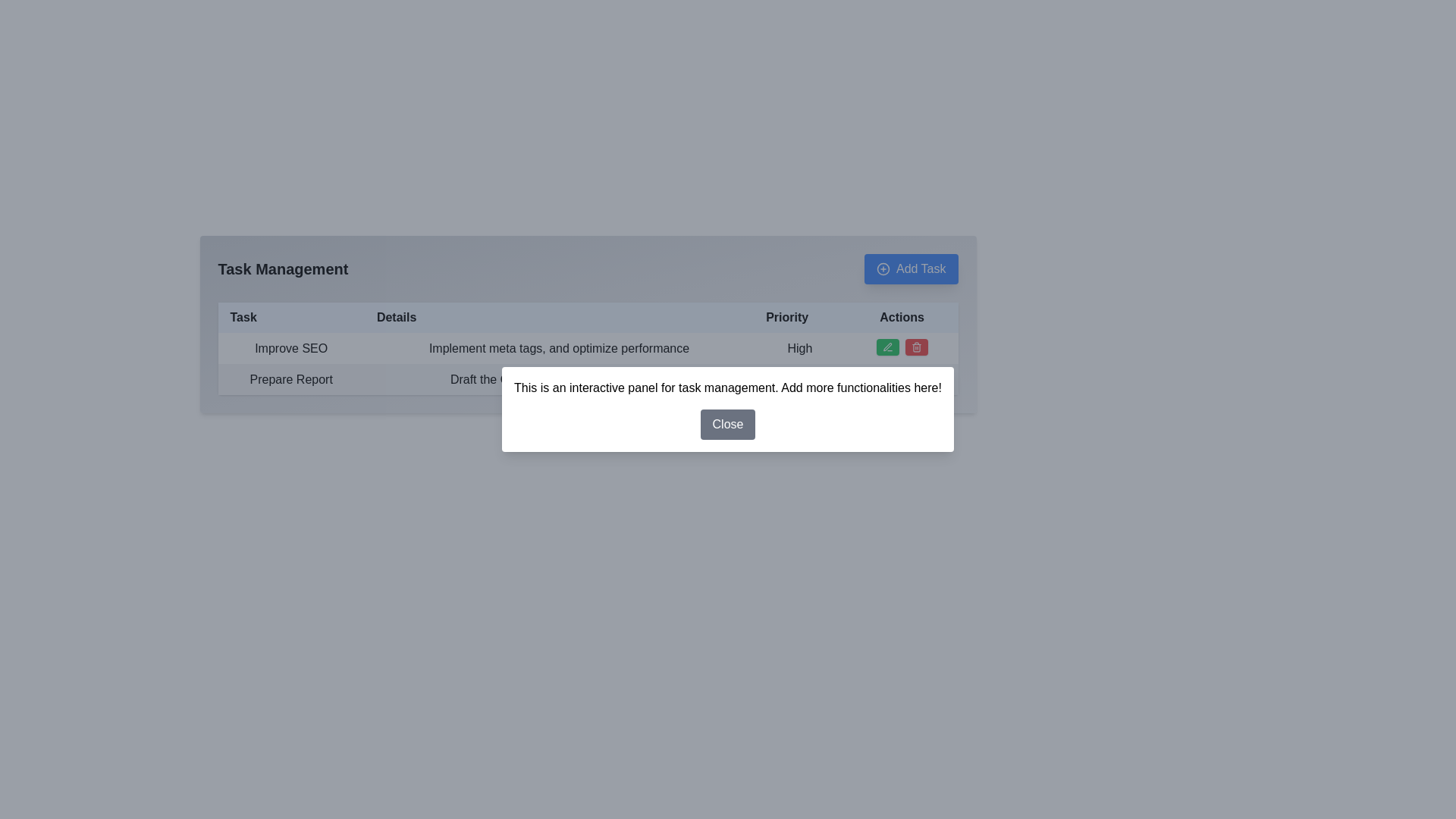  Describe the element at coordinates (887, 377) in the screenshot. I see `the edit icon located at the center-top of the button in the 'Actions' column of the first row of the table to initiate editing` at that location.